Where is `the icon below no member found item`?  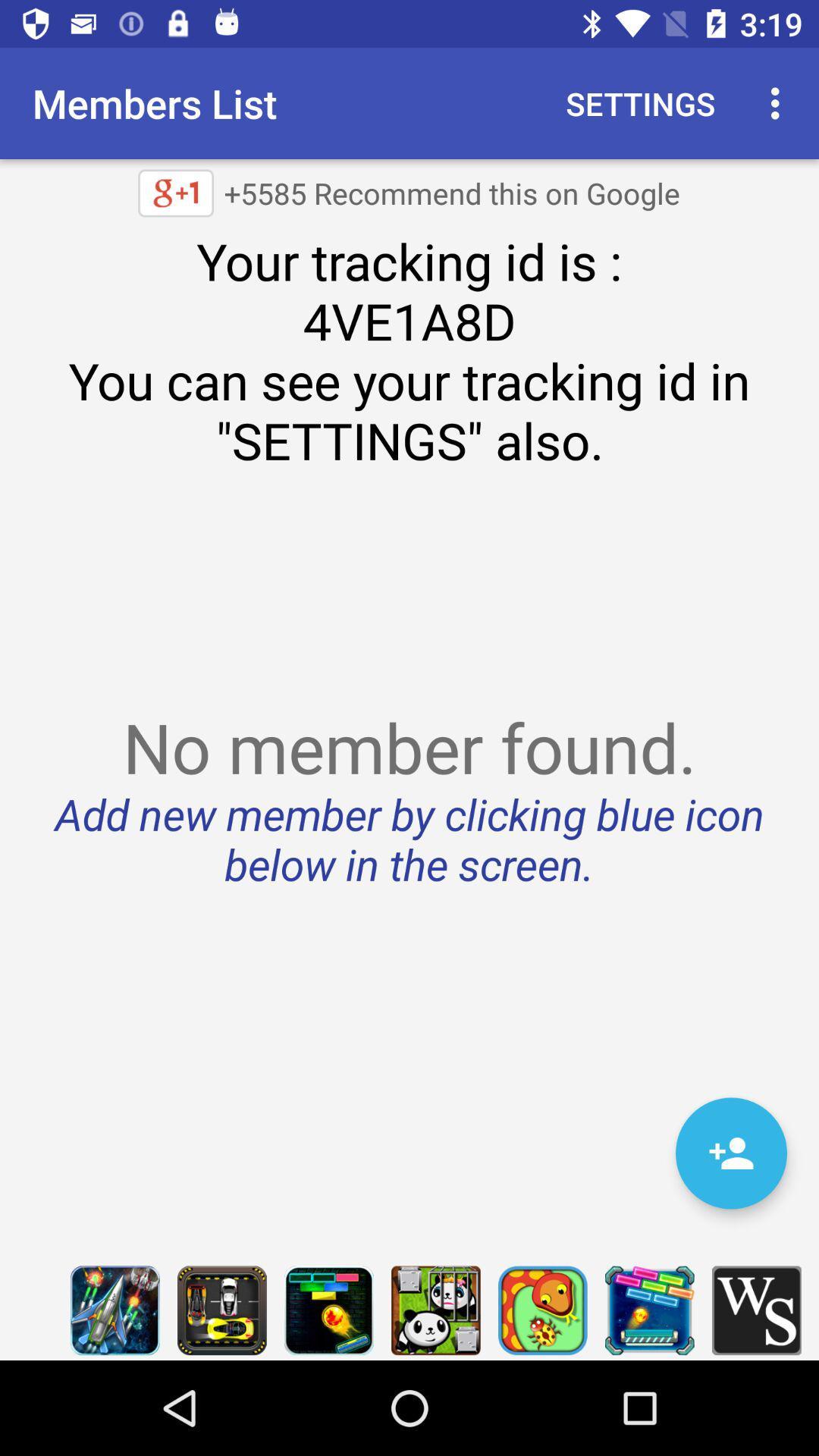
the icon below no member found item is located at coordinates (730, 1153).